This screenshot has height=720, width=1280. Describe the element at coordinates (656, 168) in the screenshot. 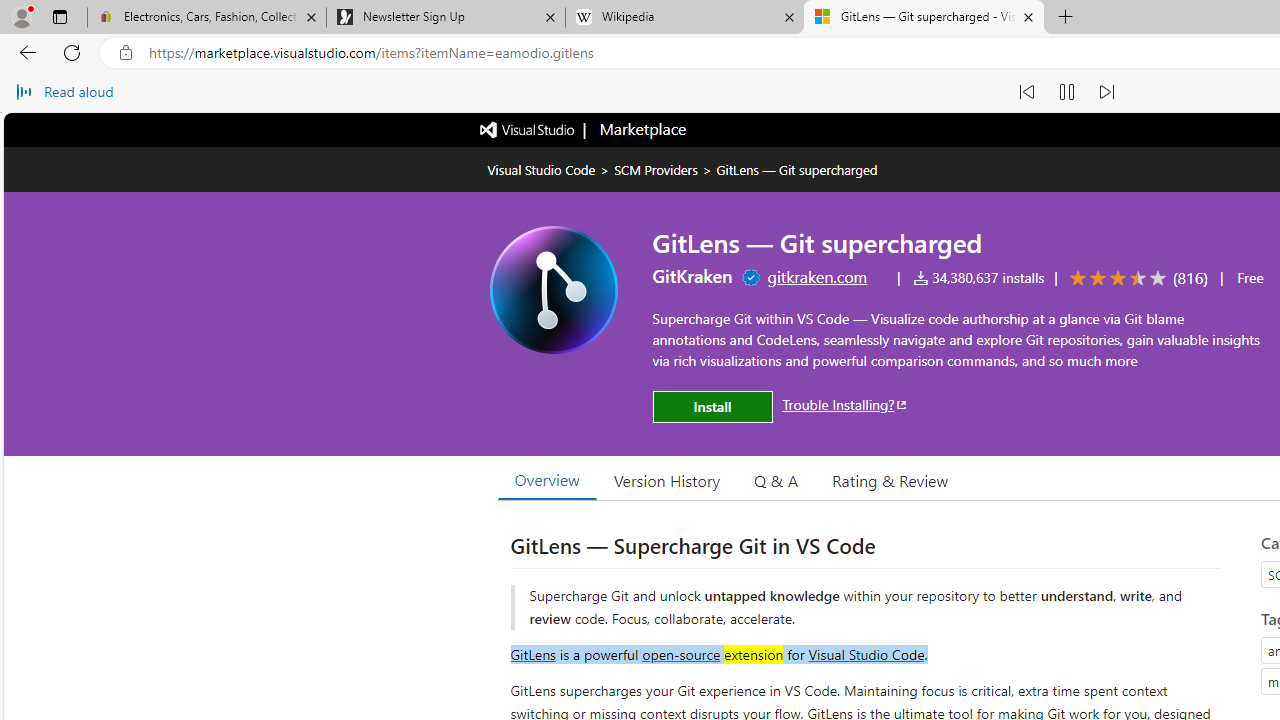

I see `'SCM Providers'` at that location.